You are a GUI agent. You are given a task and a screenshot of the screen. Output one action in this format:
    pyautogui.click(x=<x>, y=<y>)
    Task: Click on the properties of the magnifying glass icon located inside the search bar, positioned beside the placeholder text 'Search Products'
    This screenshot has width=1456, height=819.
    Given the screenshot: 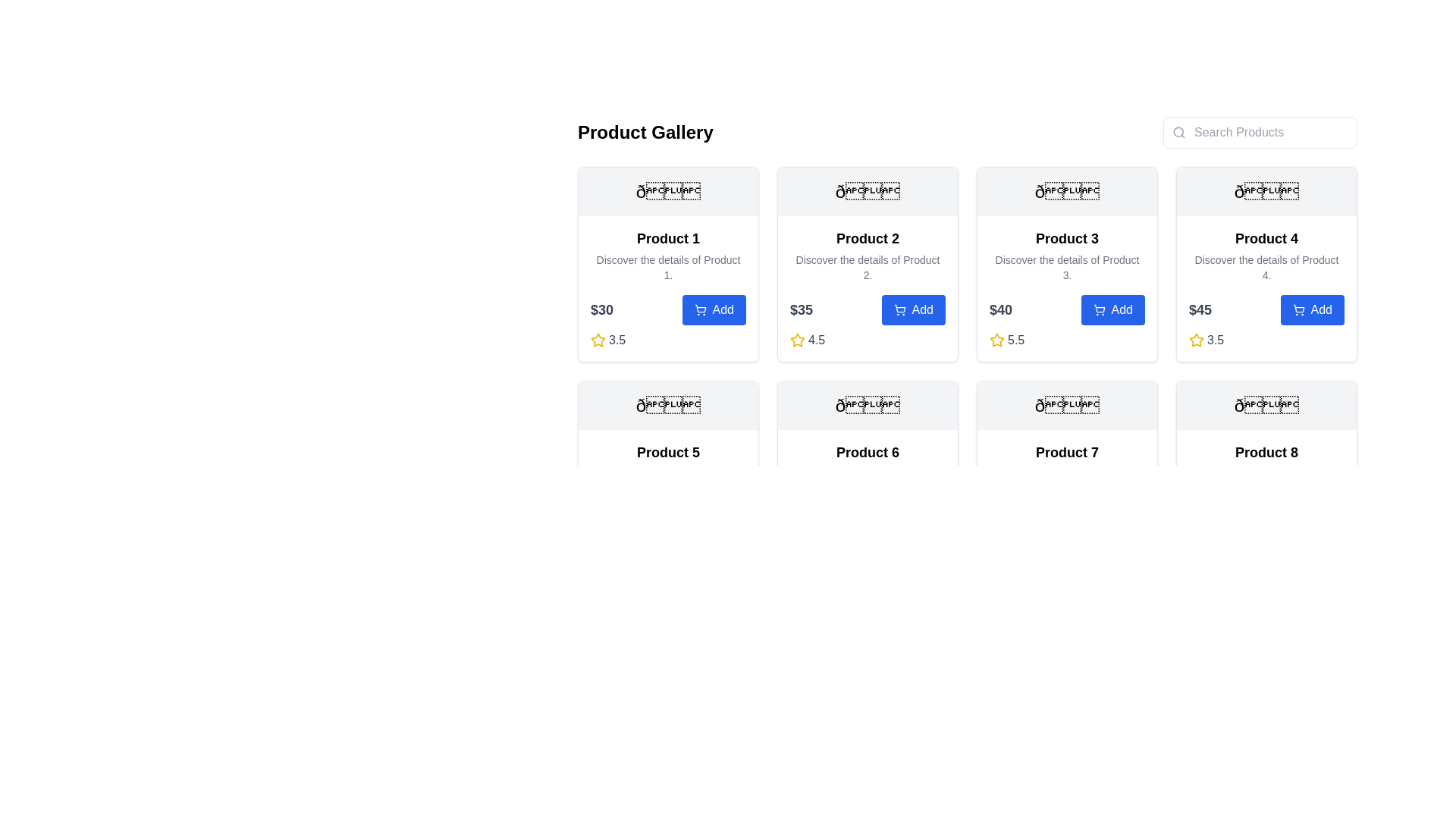 What is the action you would take?
    pyautogui.click(x=1178, y=131)
    